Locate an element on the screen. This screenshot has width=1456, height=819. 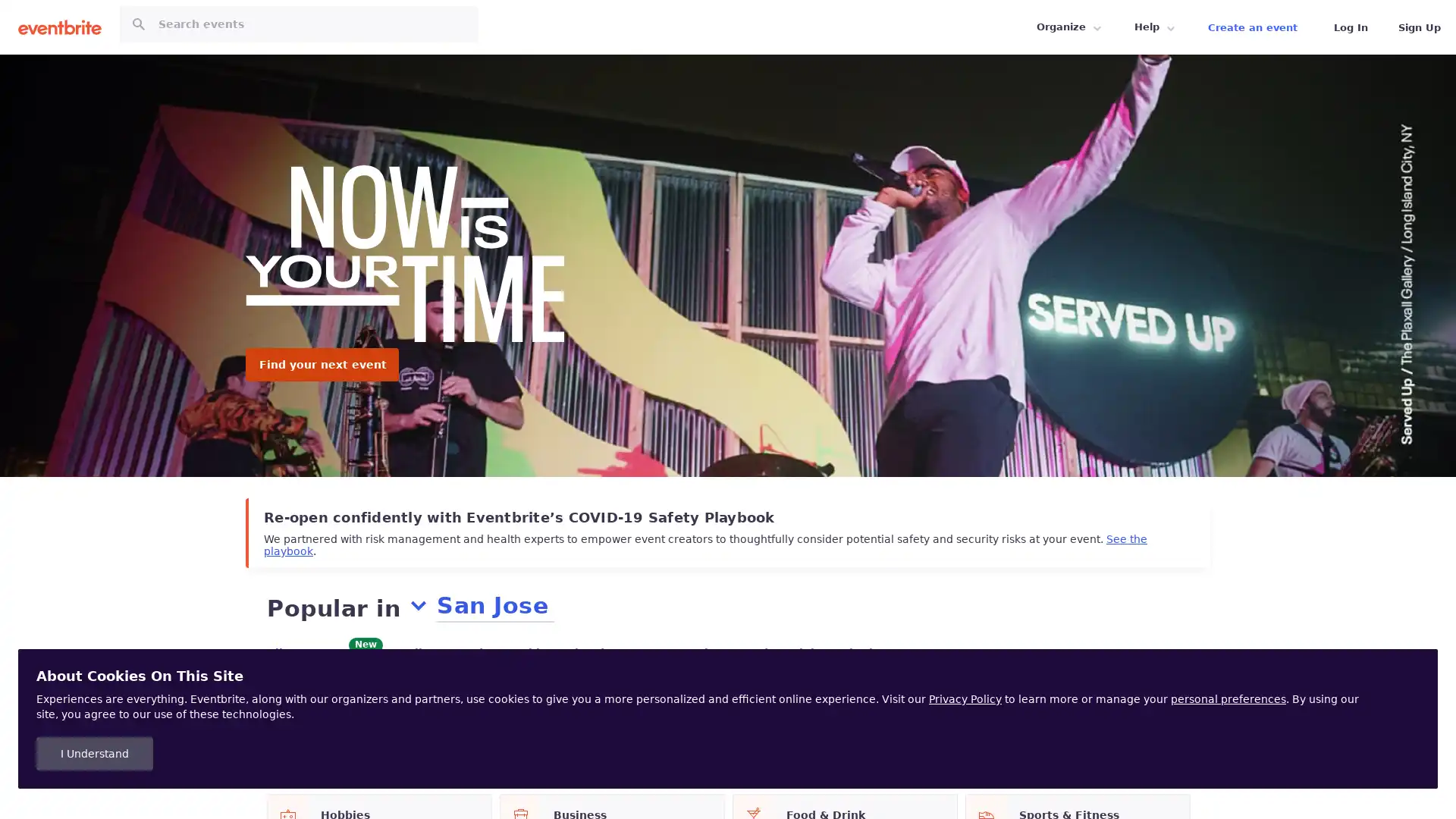
Free is located at coordinates (642, 651).